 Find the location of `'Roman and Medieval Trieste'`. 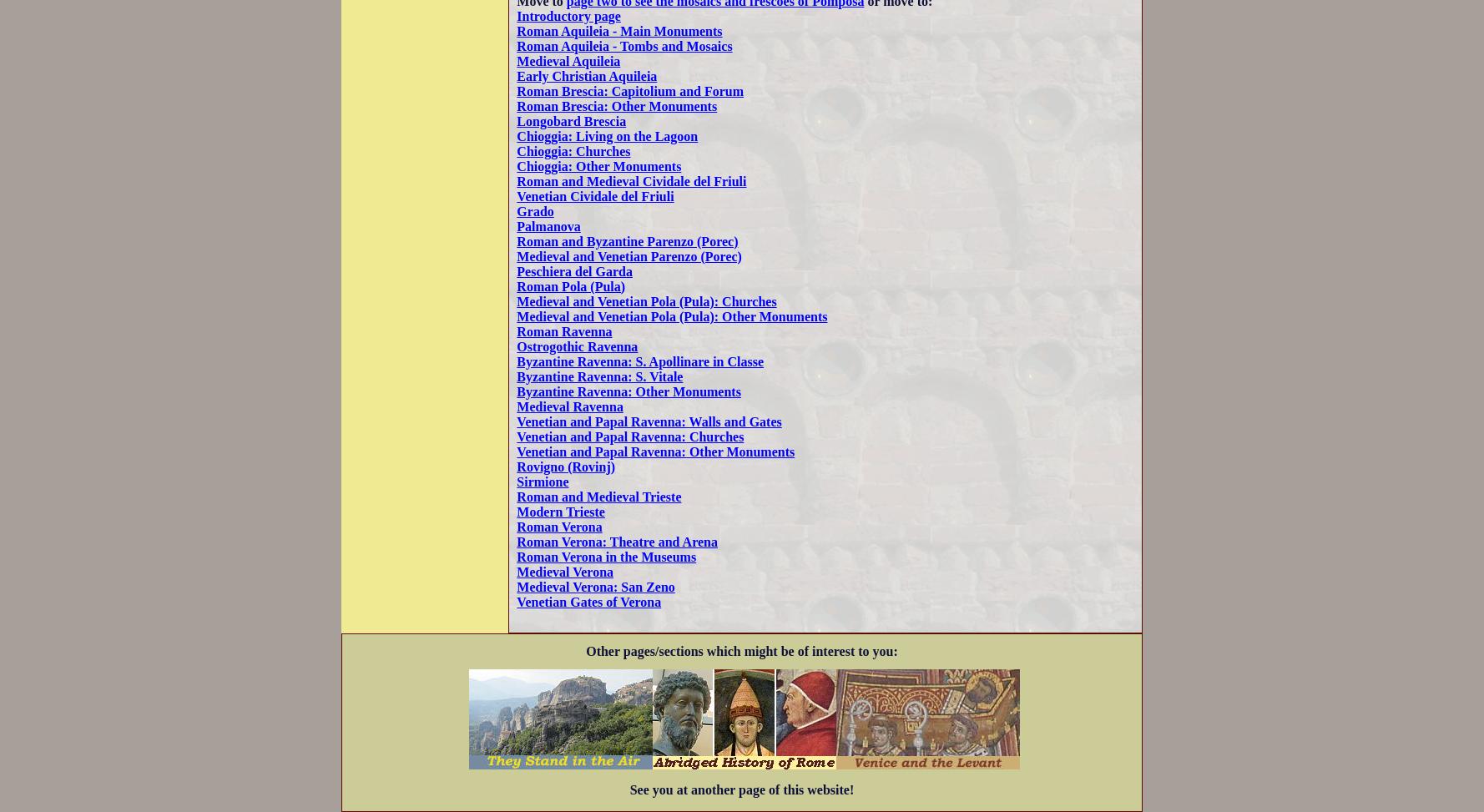

'Roman and Medieval Trieste' is located at coordinates (598, 496).